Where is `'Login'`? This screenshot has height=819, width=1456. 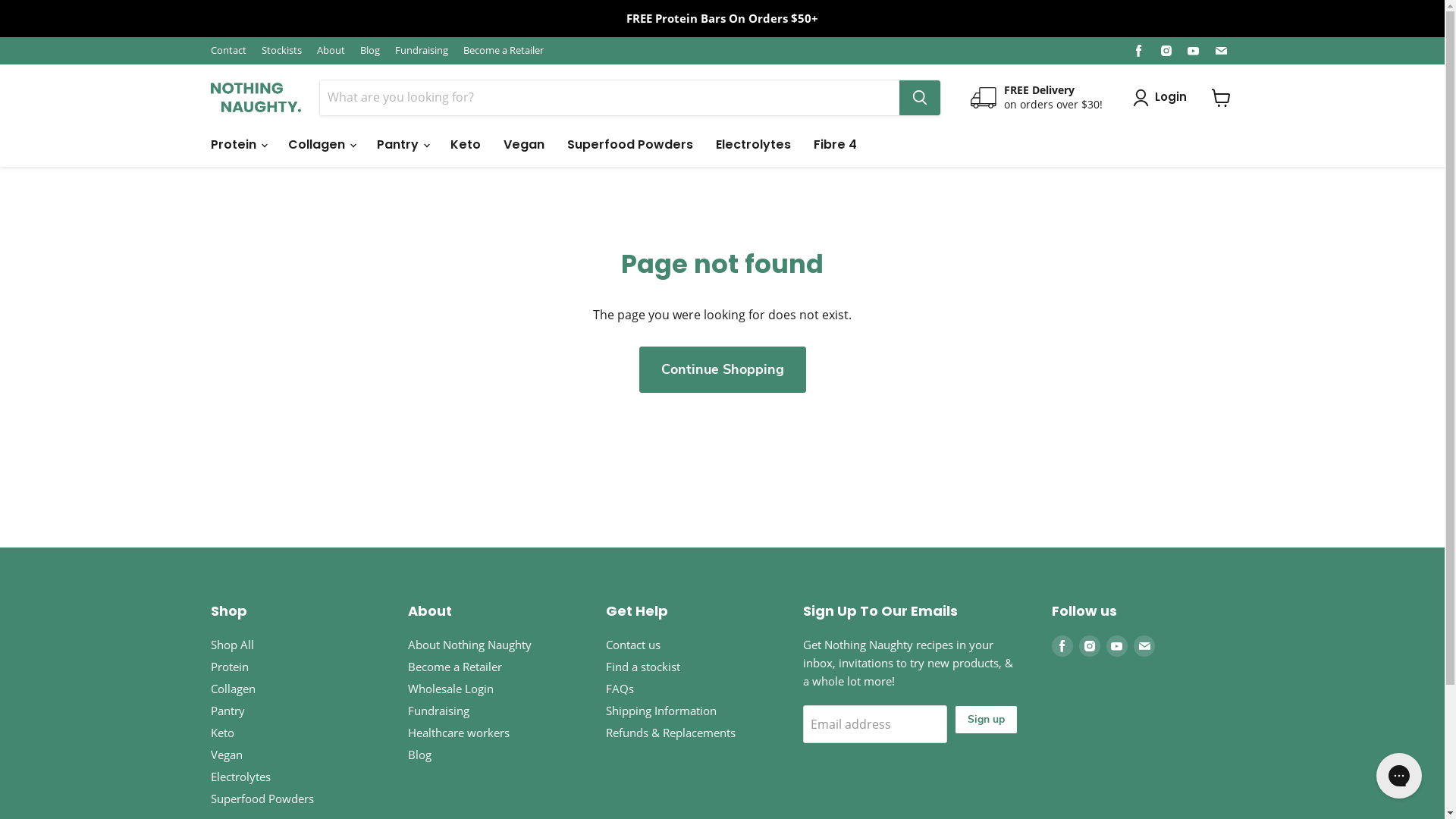 'Login' is located at coordinates (1169, 96).